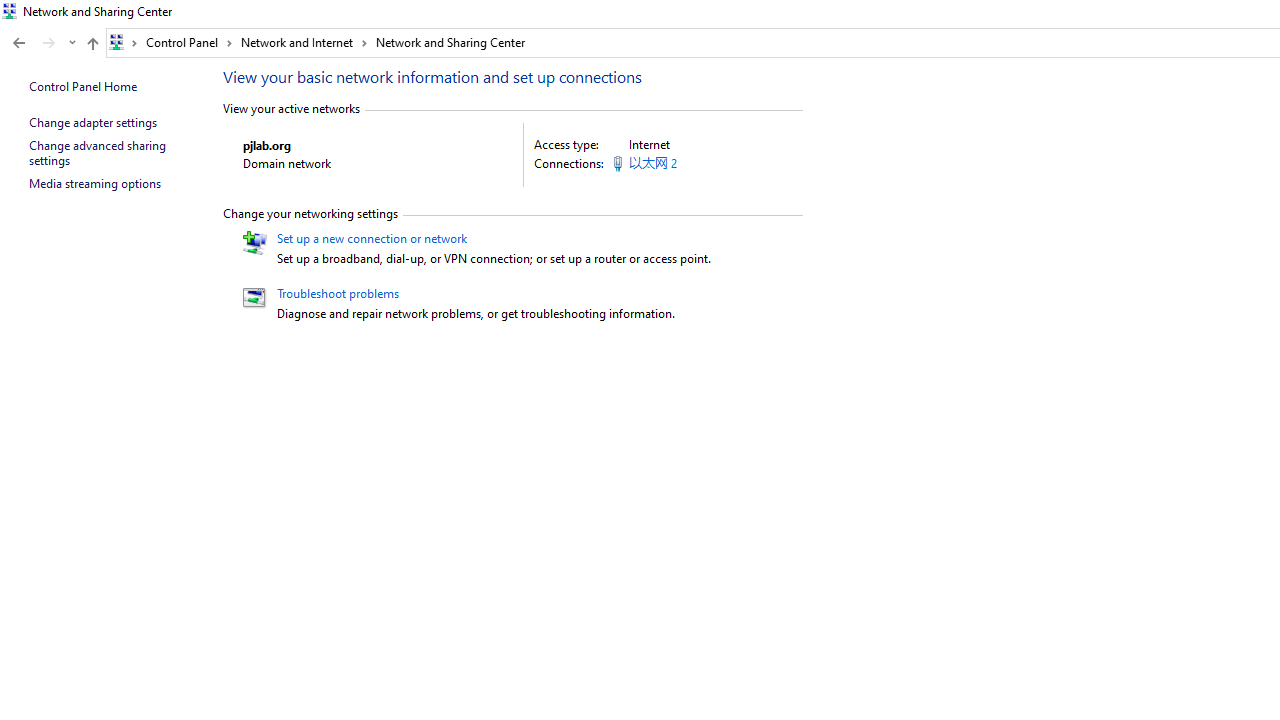 Image resolution: width=1280 pixels, height=720 pixels. I want to click on 'Navigation buttons', so click(42, 43).